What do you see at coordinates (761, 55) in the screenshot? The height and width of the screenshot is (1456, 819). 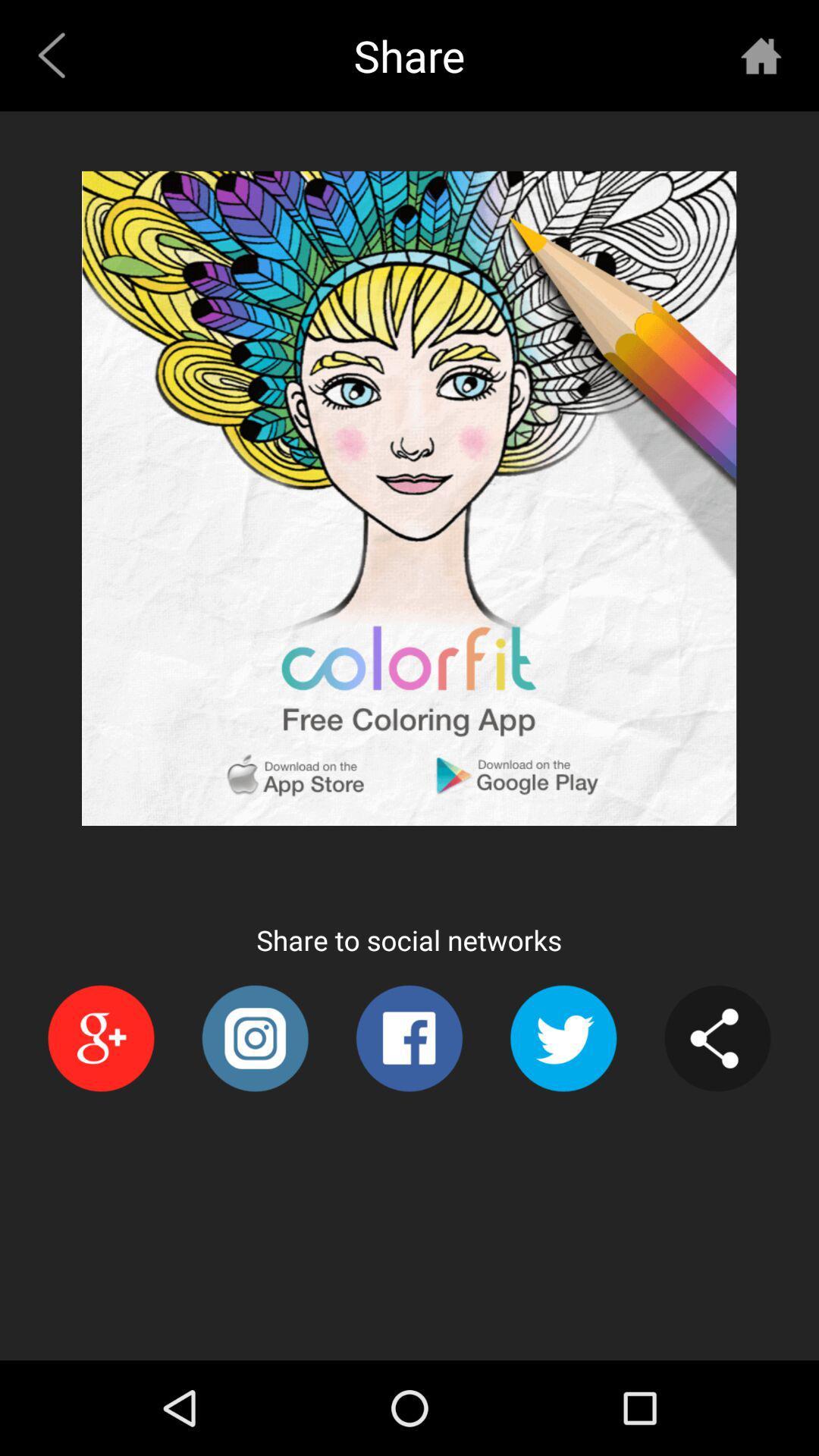 I see `item next to the share icon` at bounding box center [761, 55].